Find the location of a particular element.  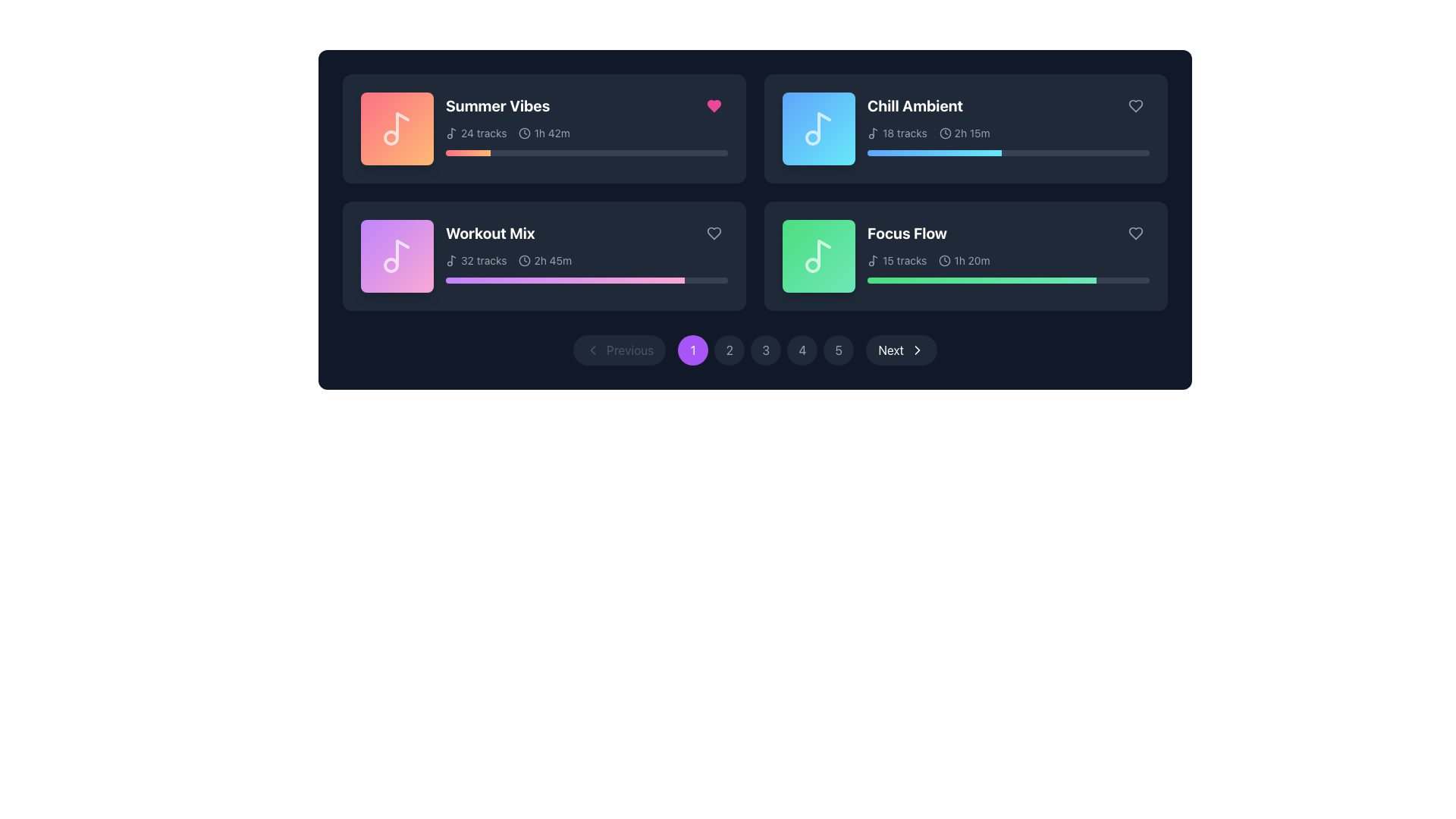

the Play button icon, which is a triangular play button filled with semi-transparent white color, located inside the highlighted blue to cyan gradient square in the 'Chill Ambient' section is located at coordinates (818, 127).